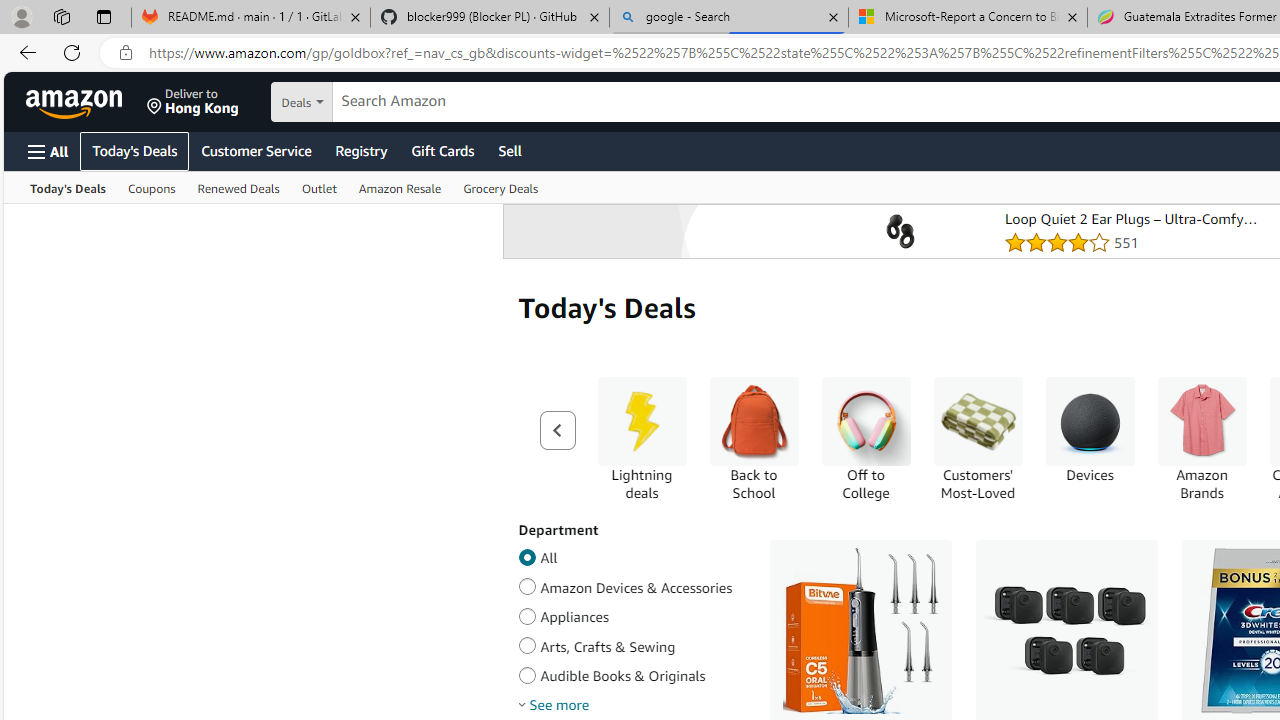 This screenshot has height=720, width=1280. Describe the element at coordinates (510, 149) in the screenshot. I see `'Sell'` at that location.